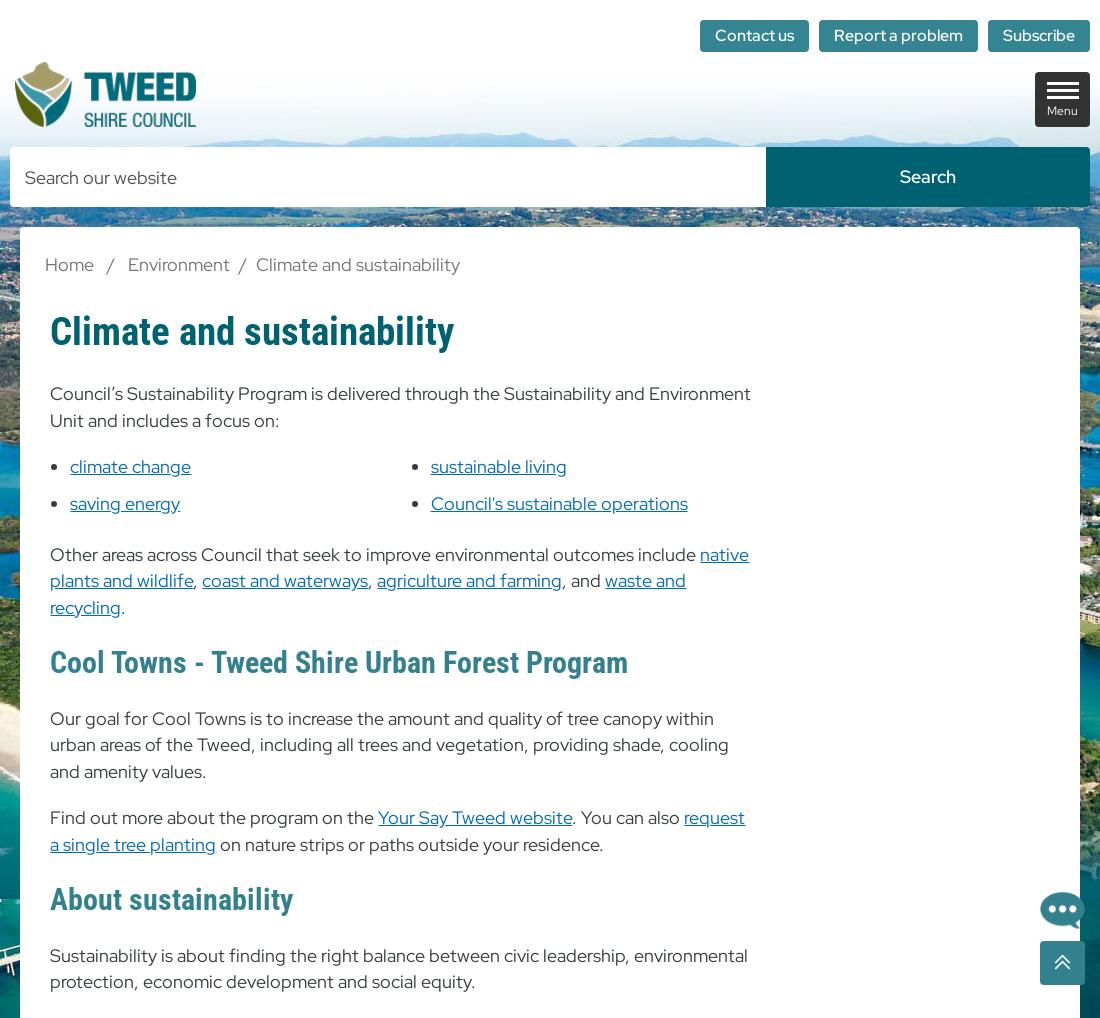  What do you see at coordinates (170, 899) in the screenshot?
I see `'About sustainability'` at bounding box center [170, 899].